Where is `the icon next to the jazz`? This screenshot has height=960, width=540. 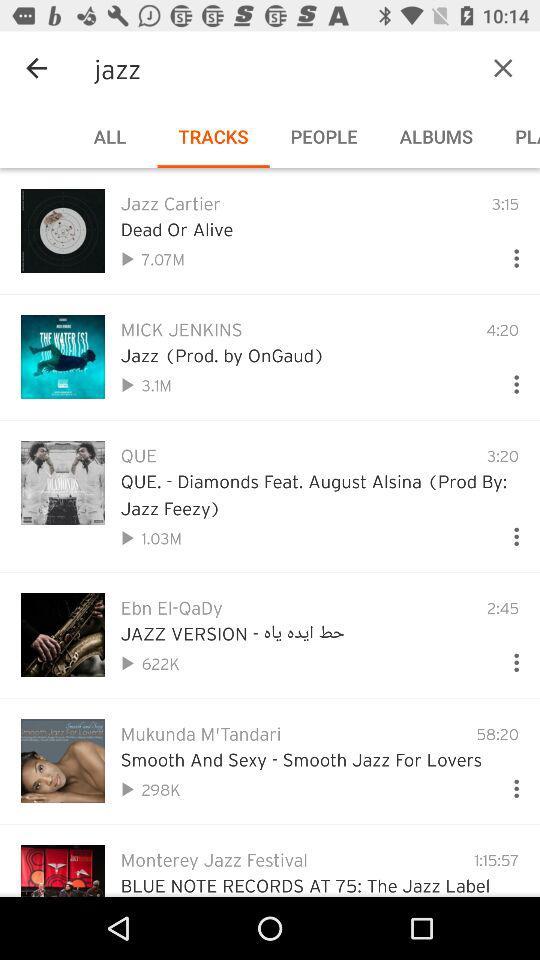
the icon next to the jazz is located at coordinates (36, 68).